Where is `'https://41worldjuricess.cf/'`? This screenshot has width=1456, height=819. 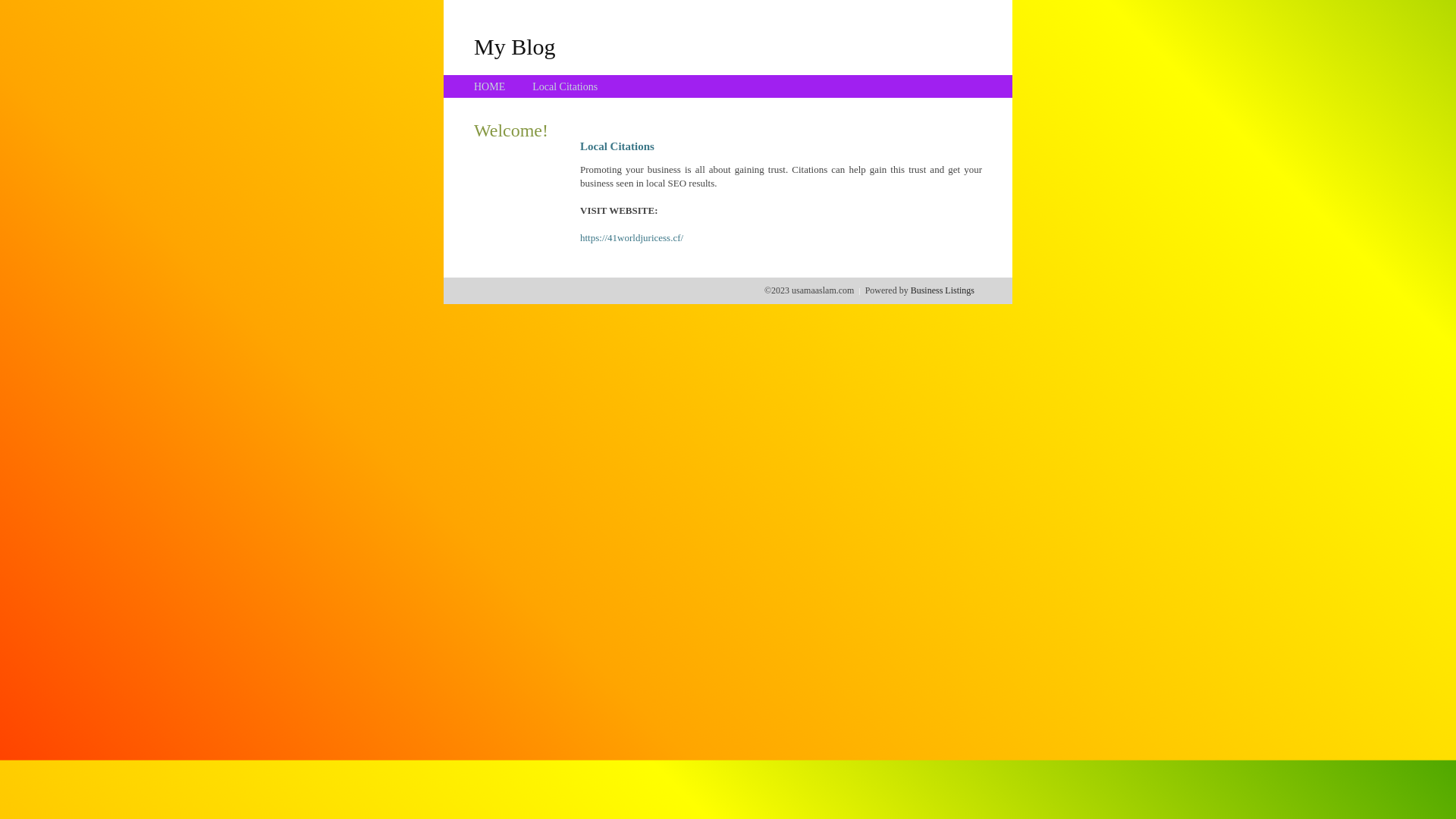 'https://41worldjuricess.cf/' is located at coordinates (632, 237).